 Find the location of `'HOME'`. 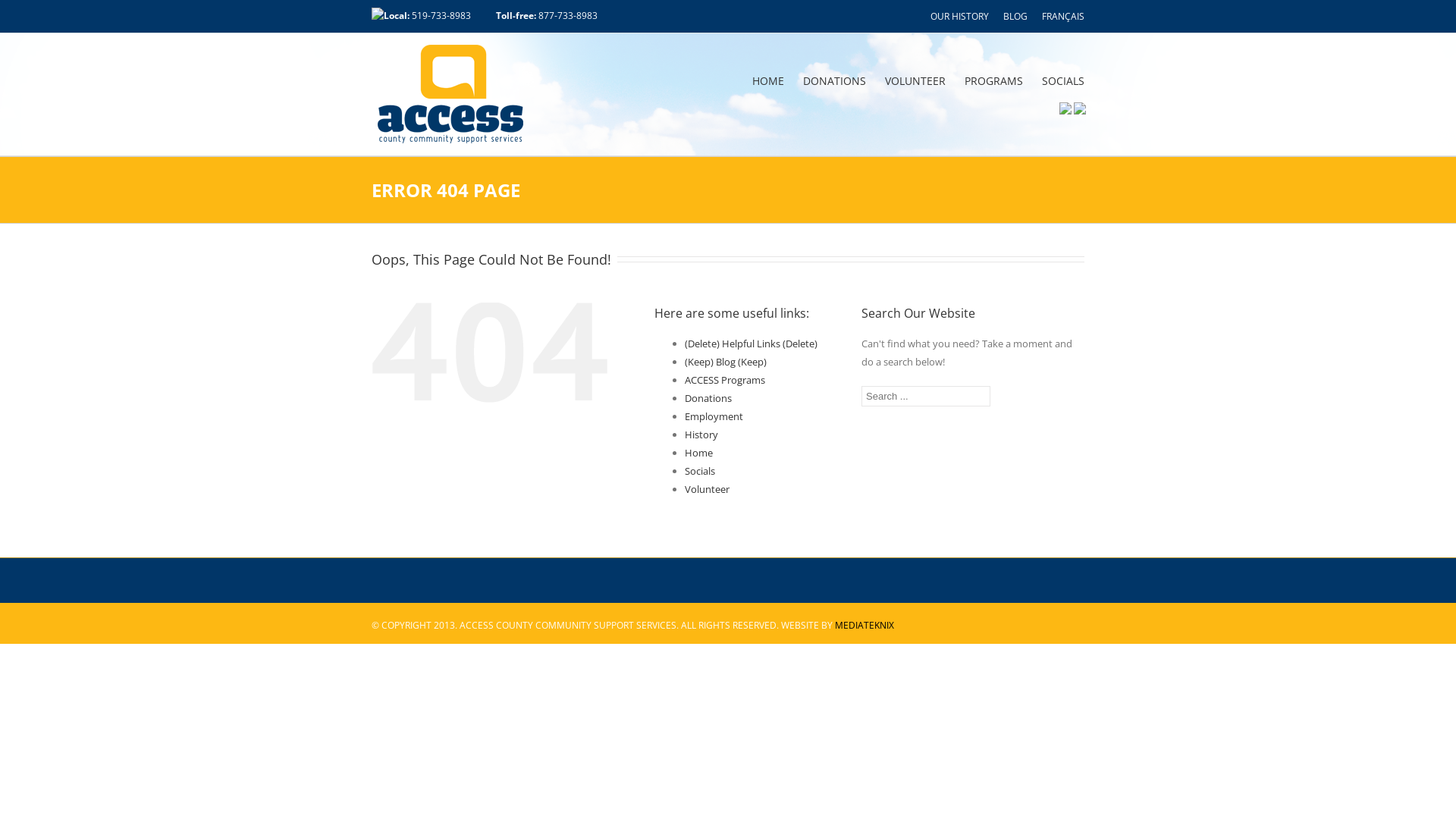

'HOME' is located at coordinates (752, 80).